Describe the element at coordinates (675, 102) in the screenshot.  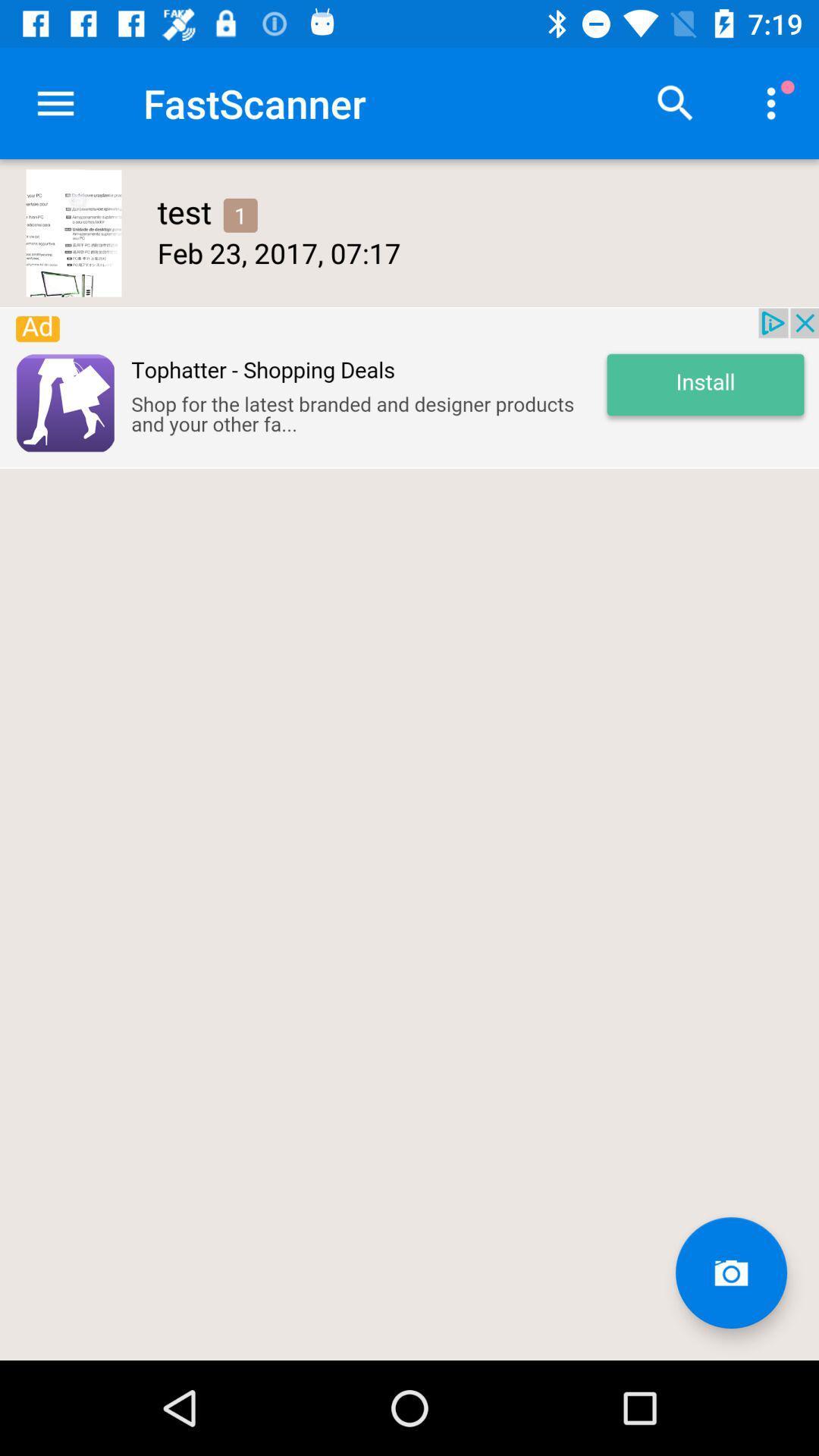
I see `initiate search` at that location.